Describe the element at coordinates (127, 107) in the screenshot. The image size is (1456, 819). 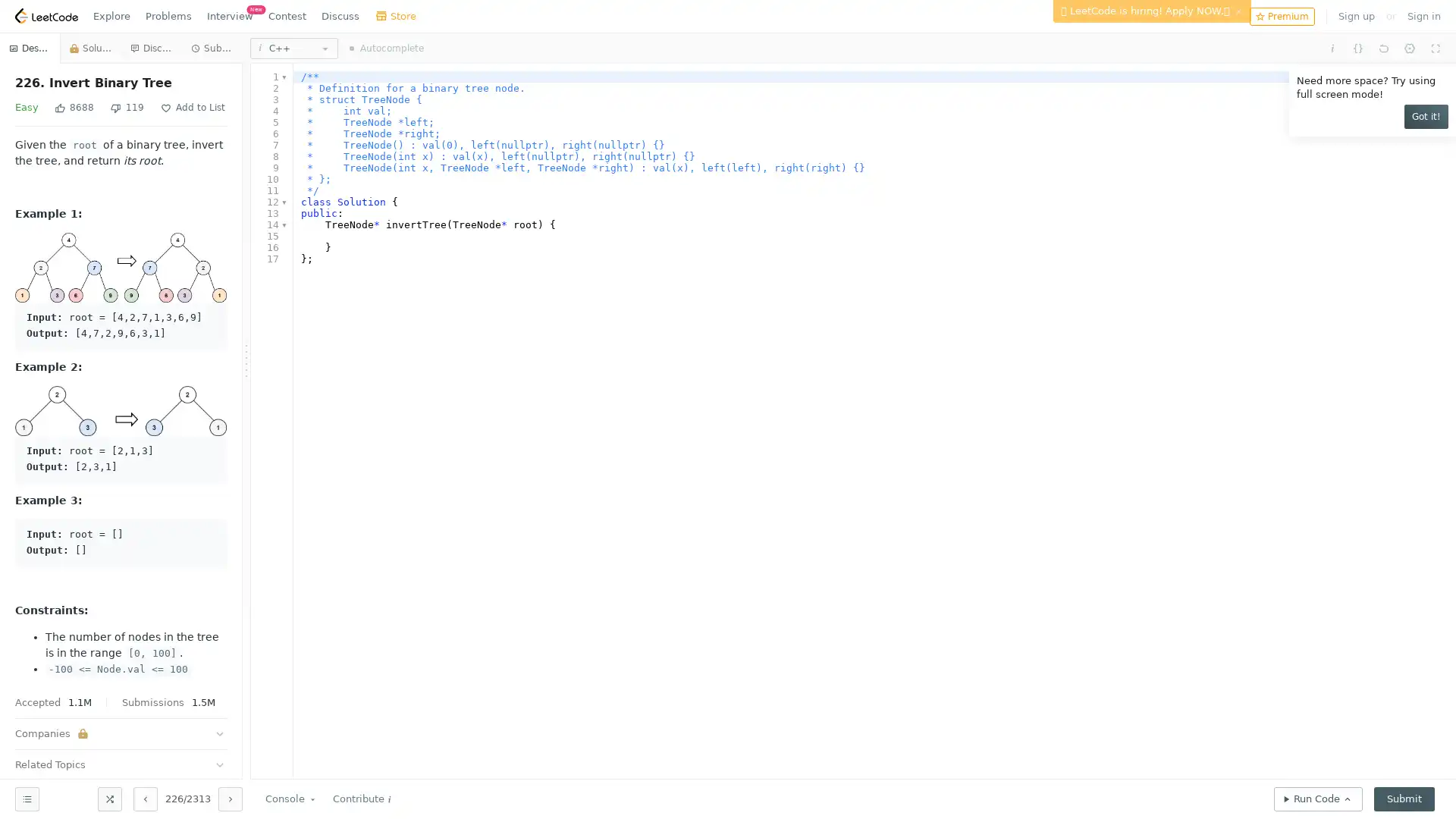
I see `119` at that location.